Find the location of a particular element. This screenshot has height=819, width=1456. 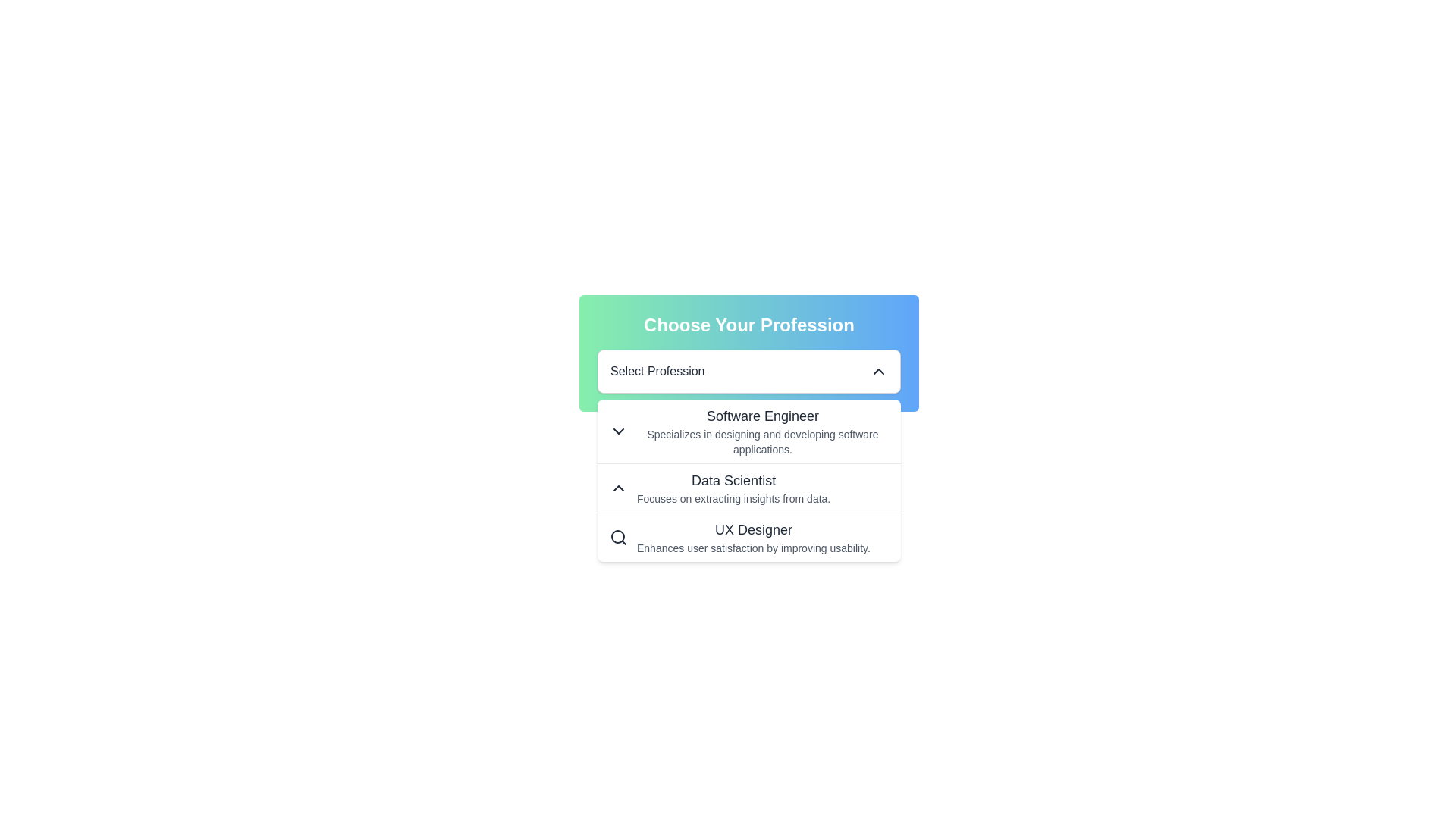

the text block that describes 'Specializes in designing and developing software applications.' located under the title 'Software Engineer' in the 'Choose Your Profession' dropdown card is located at coordinates (763, 441).